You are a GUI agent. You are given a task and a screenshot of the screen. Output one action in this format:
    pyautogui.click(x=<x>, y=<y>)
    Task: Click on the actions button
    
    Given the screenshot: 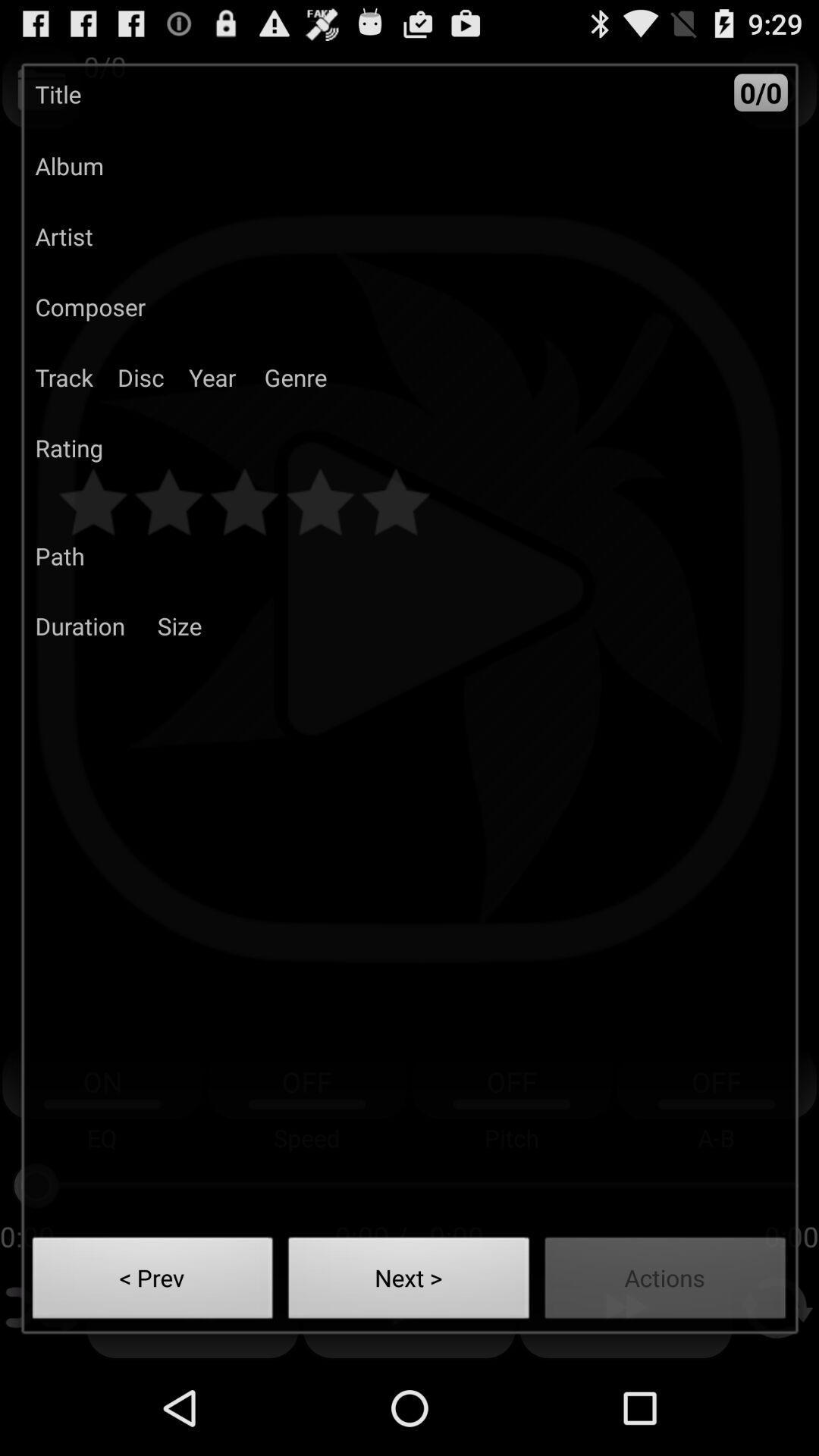 What is the action you would take?
    pyautogui.click(x=664, y=1282)
    